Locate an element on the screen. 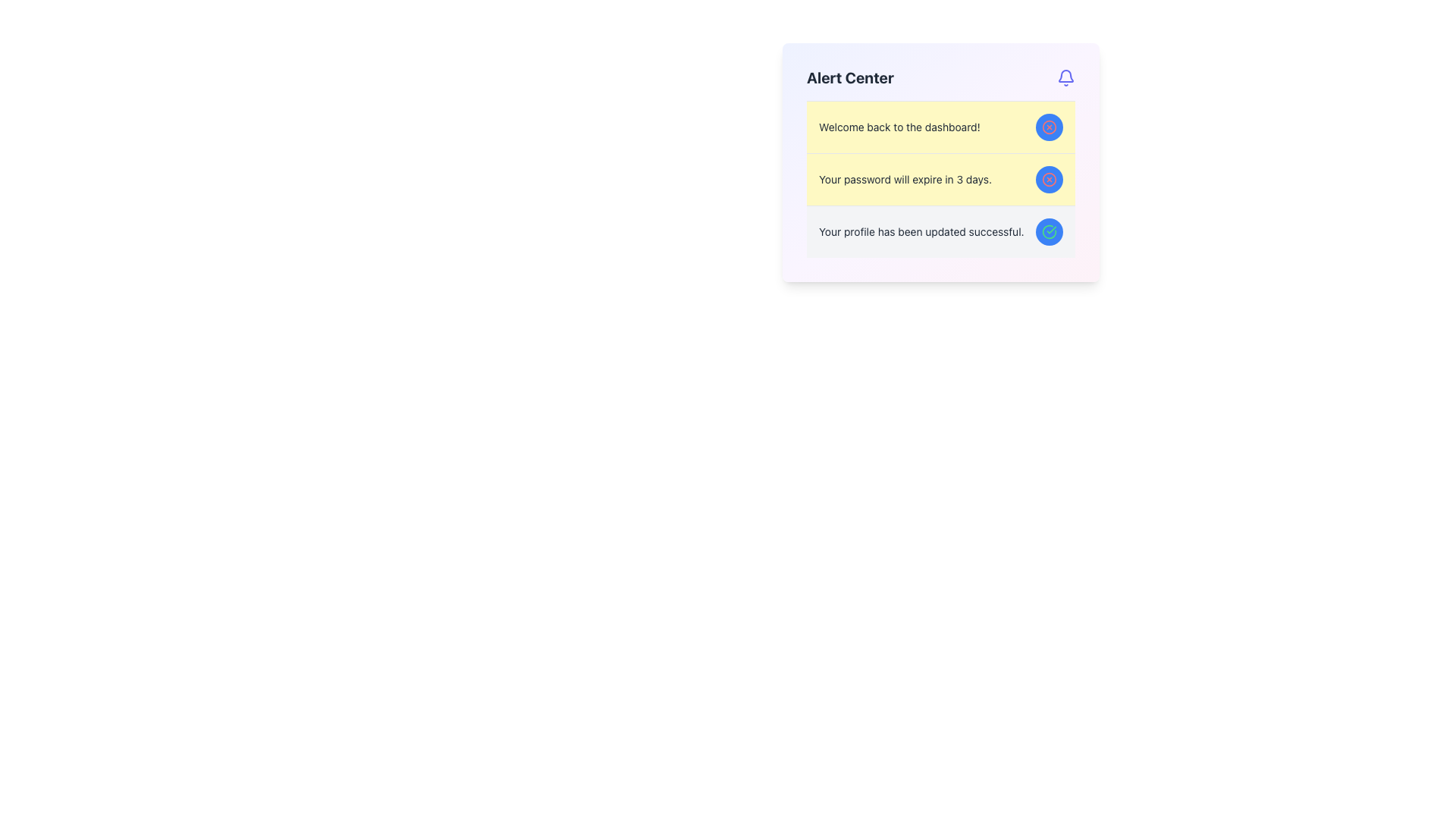 The height and width of the screenshot is (819, 1456). the second notification message box in the alert center pane that informs about the status of password expiry is located at coordinates (940, 178).